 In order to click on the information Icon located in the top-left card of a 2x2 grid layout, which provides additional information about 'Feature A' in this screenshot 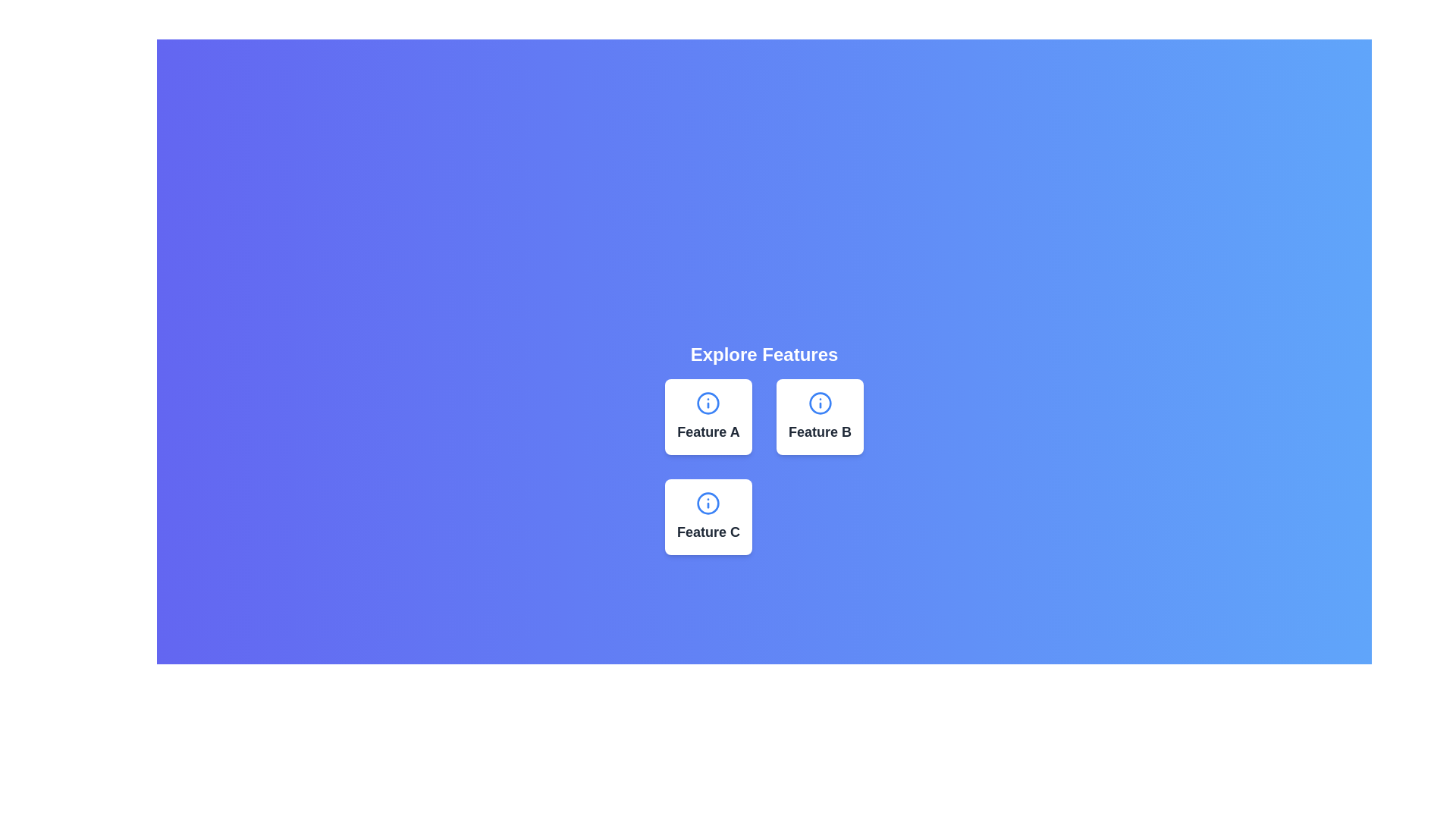, I will do `click(708, 403)`.